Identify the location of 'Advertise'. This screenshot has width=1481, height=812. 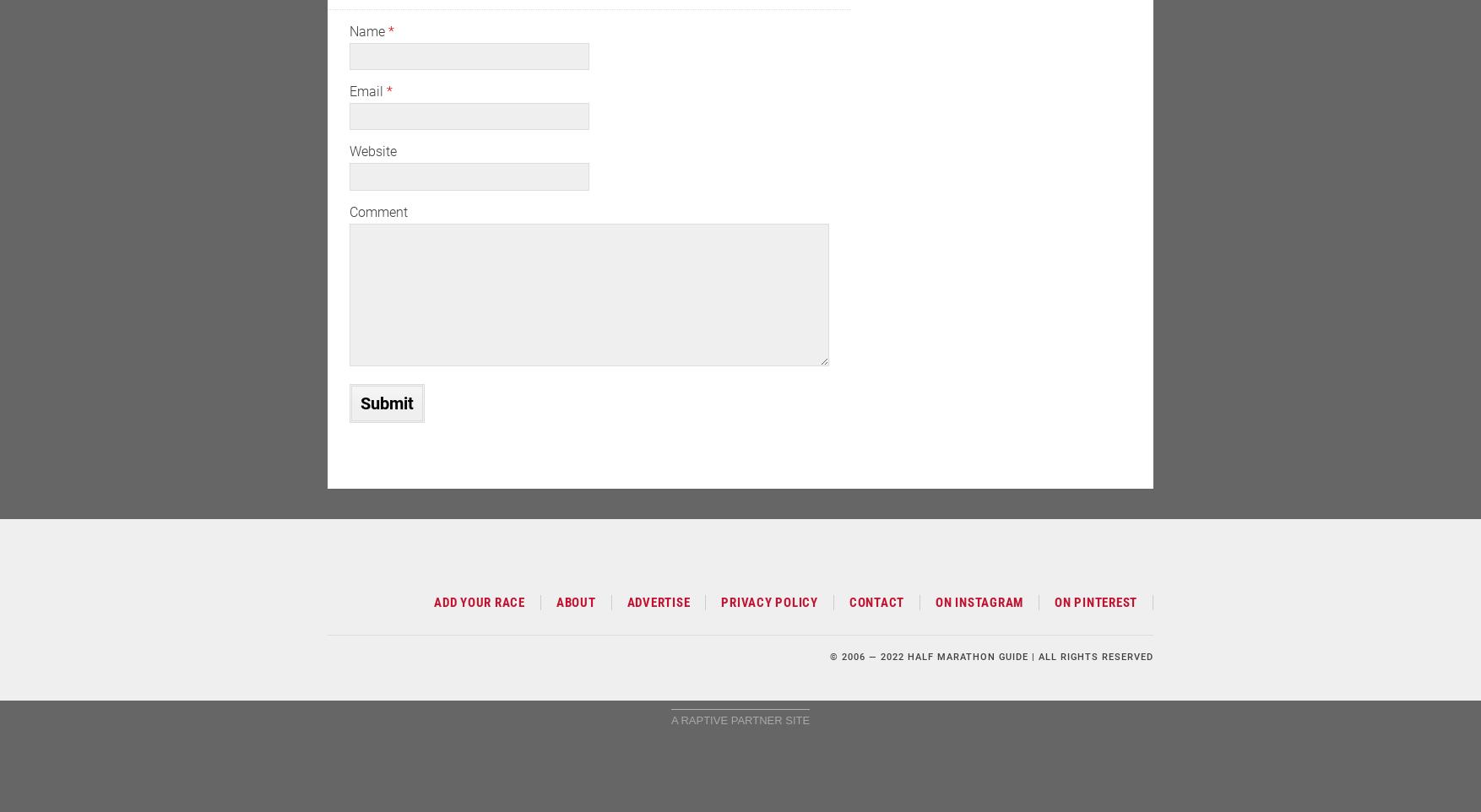
(658, 601).